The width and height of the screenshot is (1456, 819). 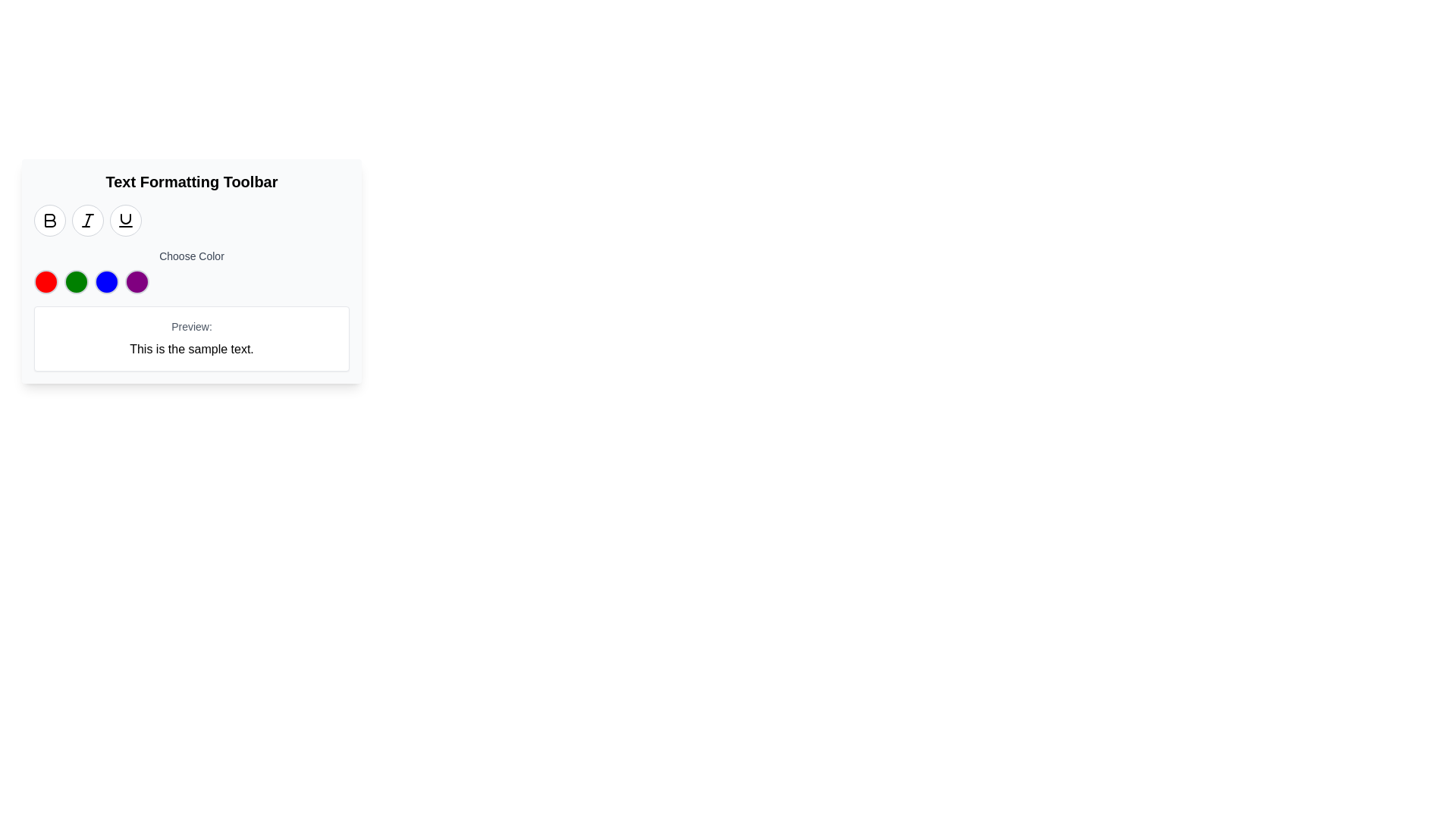 What do you see at coordinates (126, 220) in the screenshot?
I see `the circular button with a white background and a gray border, which features an icon resembling a letter 'U' for underline functionality, to observe visual feedback` at bounding box center [126, 220].